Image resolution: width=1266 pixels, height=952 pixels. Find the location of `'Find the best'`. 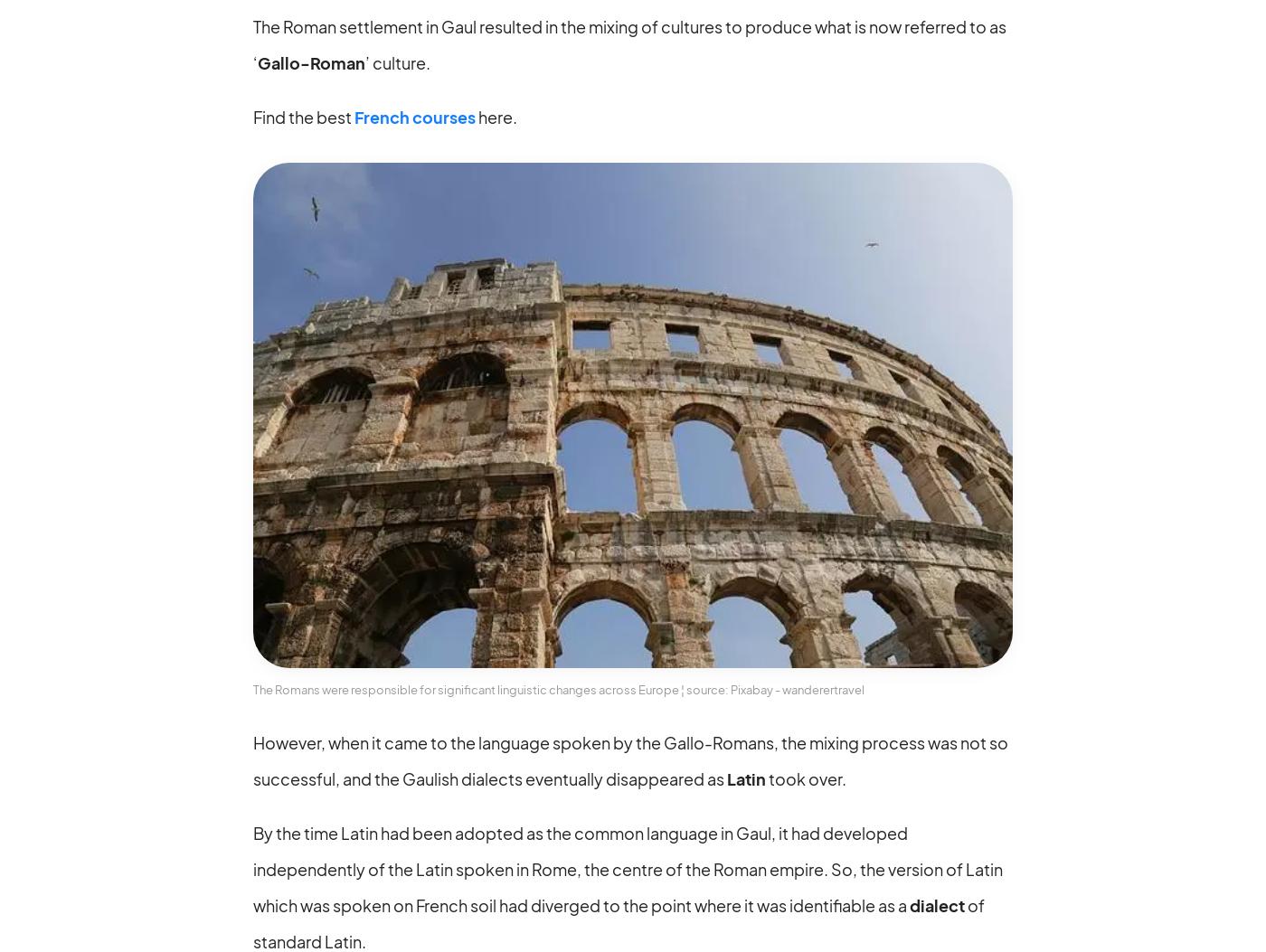

'Find the best' is located at coordinates (304, 116).